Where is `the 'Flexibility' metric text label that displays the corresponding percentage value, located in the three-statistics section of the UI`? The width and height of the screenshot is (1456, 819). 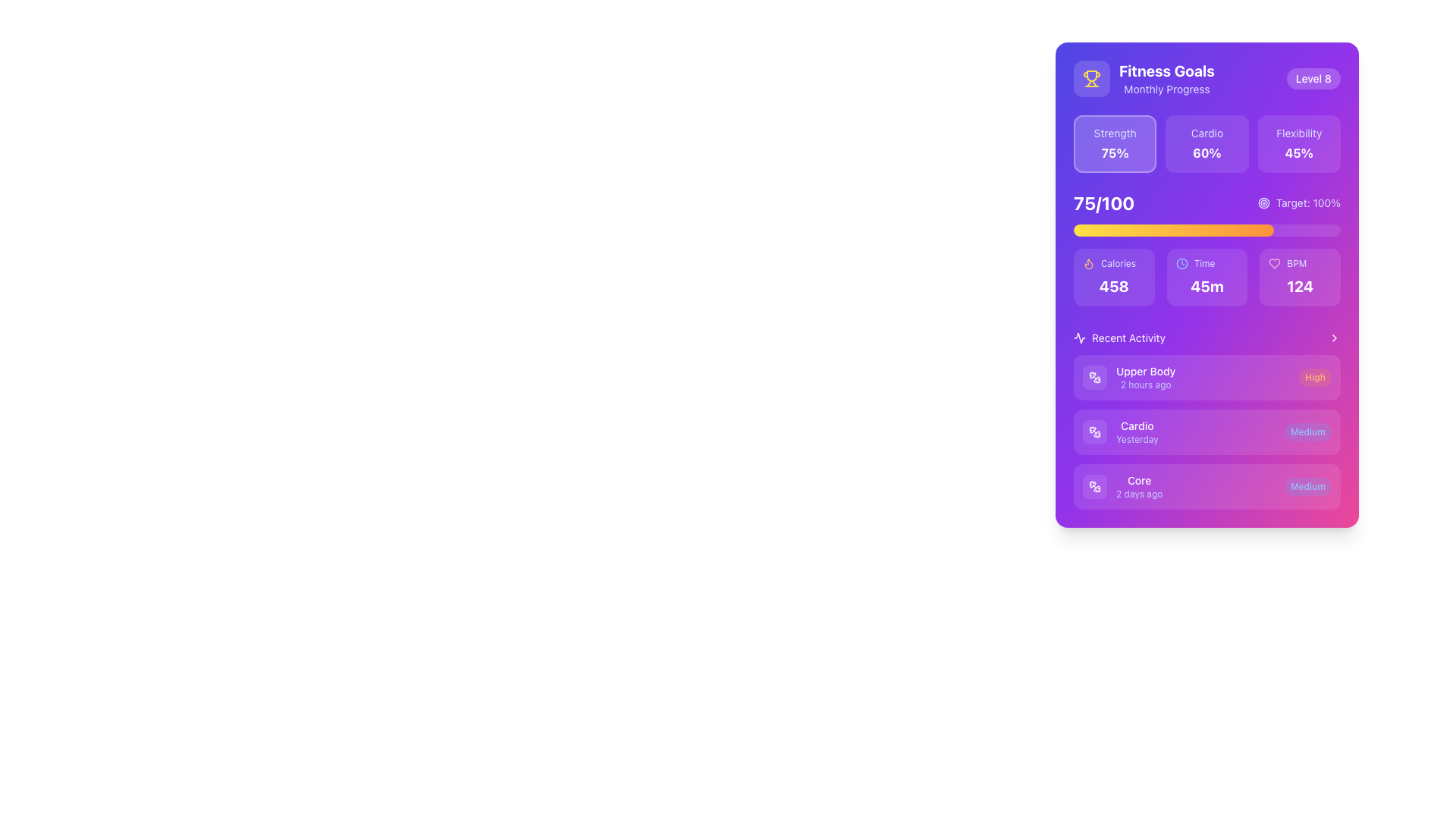
the 'Flexibility' metric text label that displays the corresponding percentage value, located in the three-statistics section of the UI is located at coordinates (1298, 152).